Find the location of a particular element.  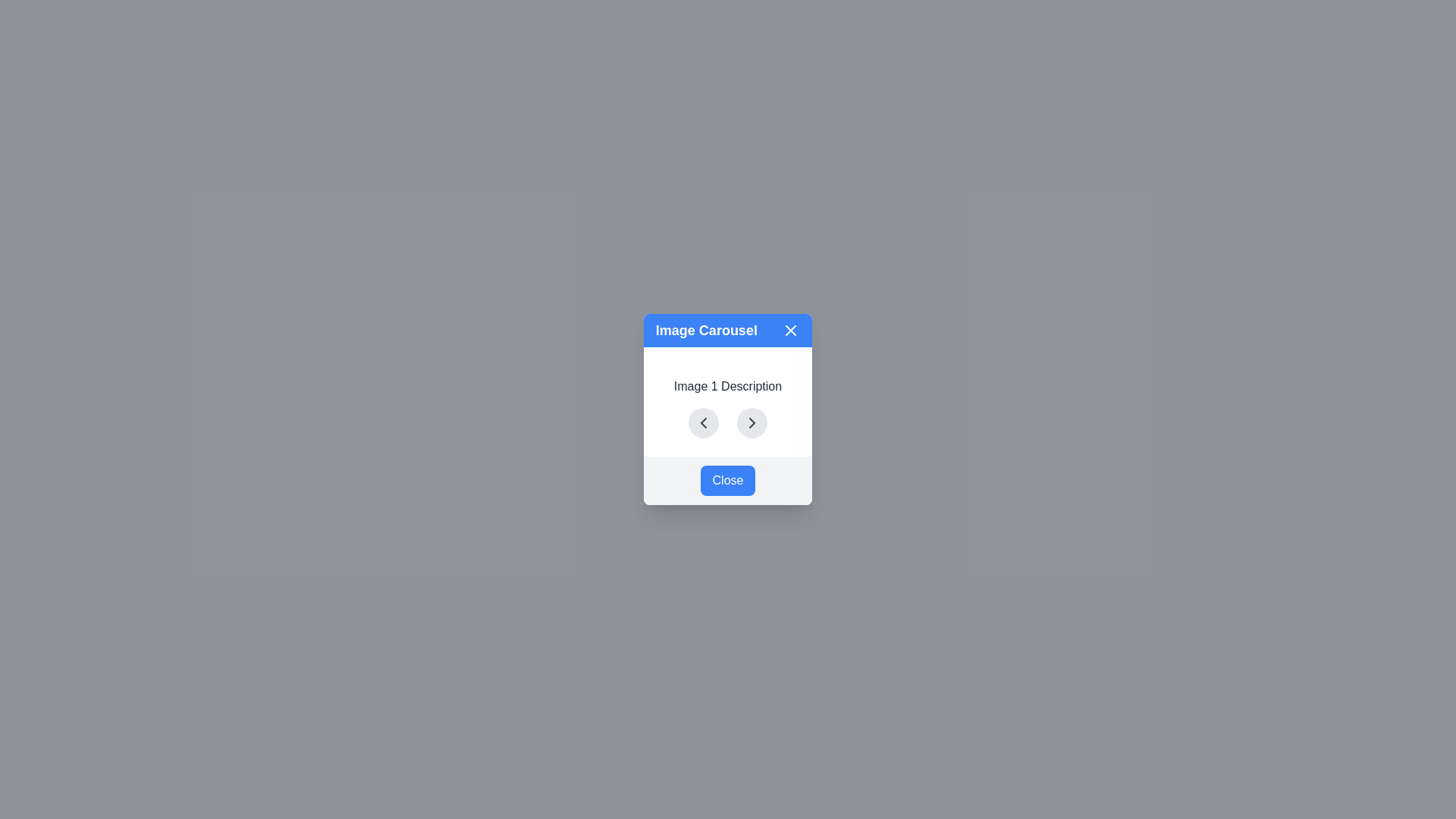

the 'Close' button, which is a blue rectangular button with rounded corners and the label 'Close' in white, located at the bottom center of the 'Image Carousel' modal dialog is located at coordinates (728, 480).